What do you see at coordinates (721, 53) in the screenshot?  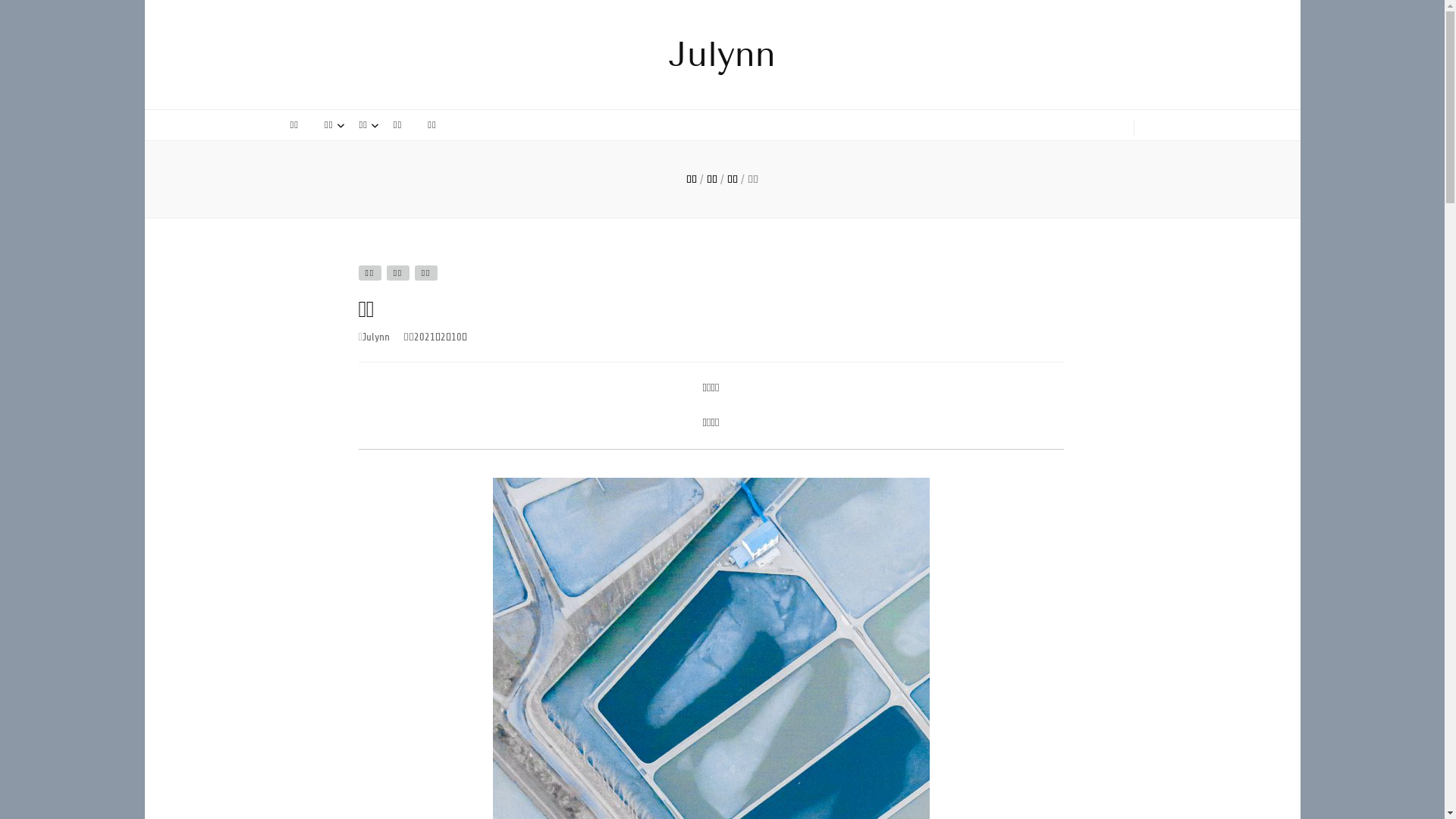 I see `'Julynn'` at bounding box center [721, 53].